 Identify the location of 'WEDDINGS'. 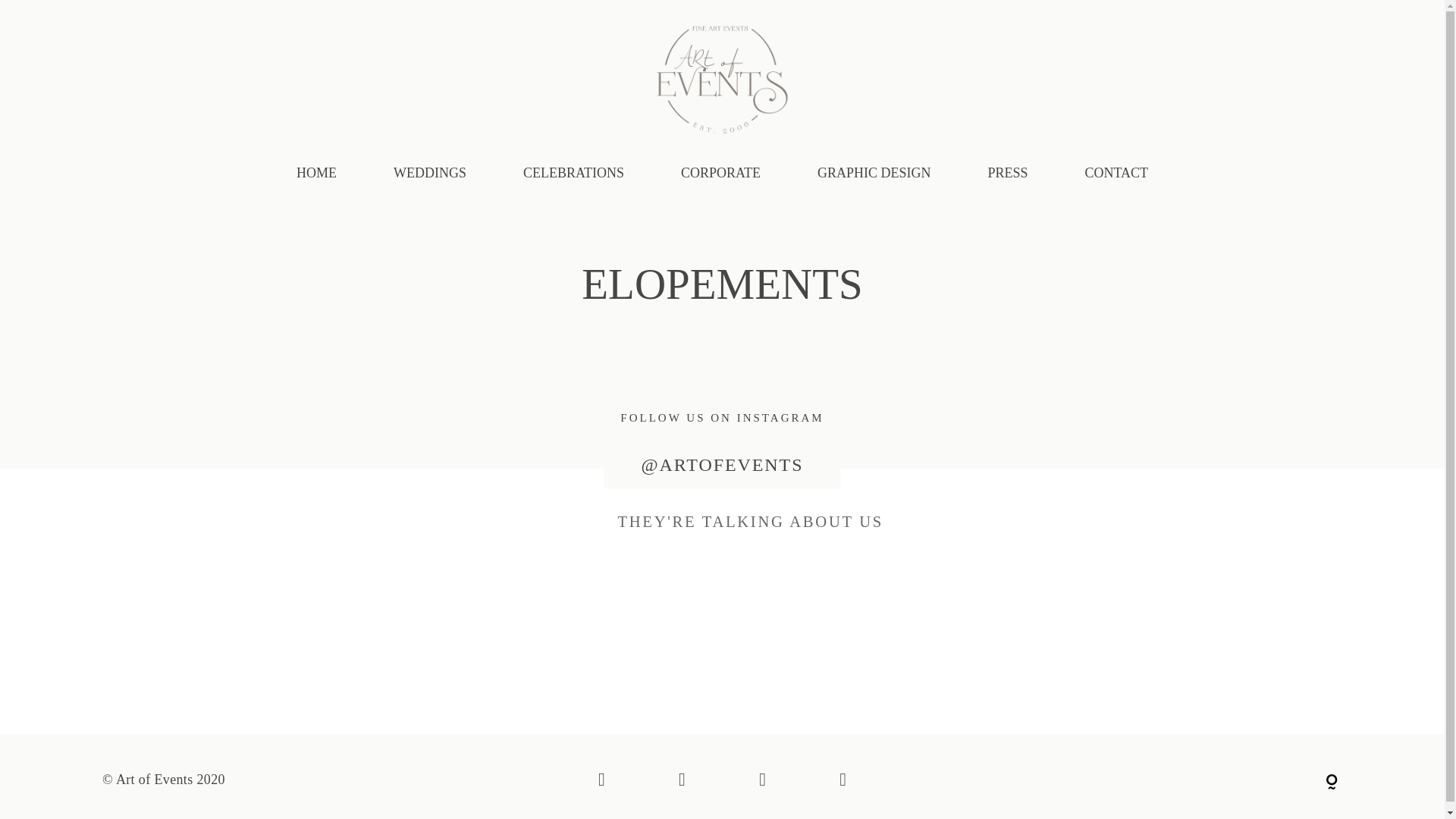
(393, 172).